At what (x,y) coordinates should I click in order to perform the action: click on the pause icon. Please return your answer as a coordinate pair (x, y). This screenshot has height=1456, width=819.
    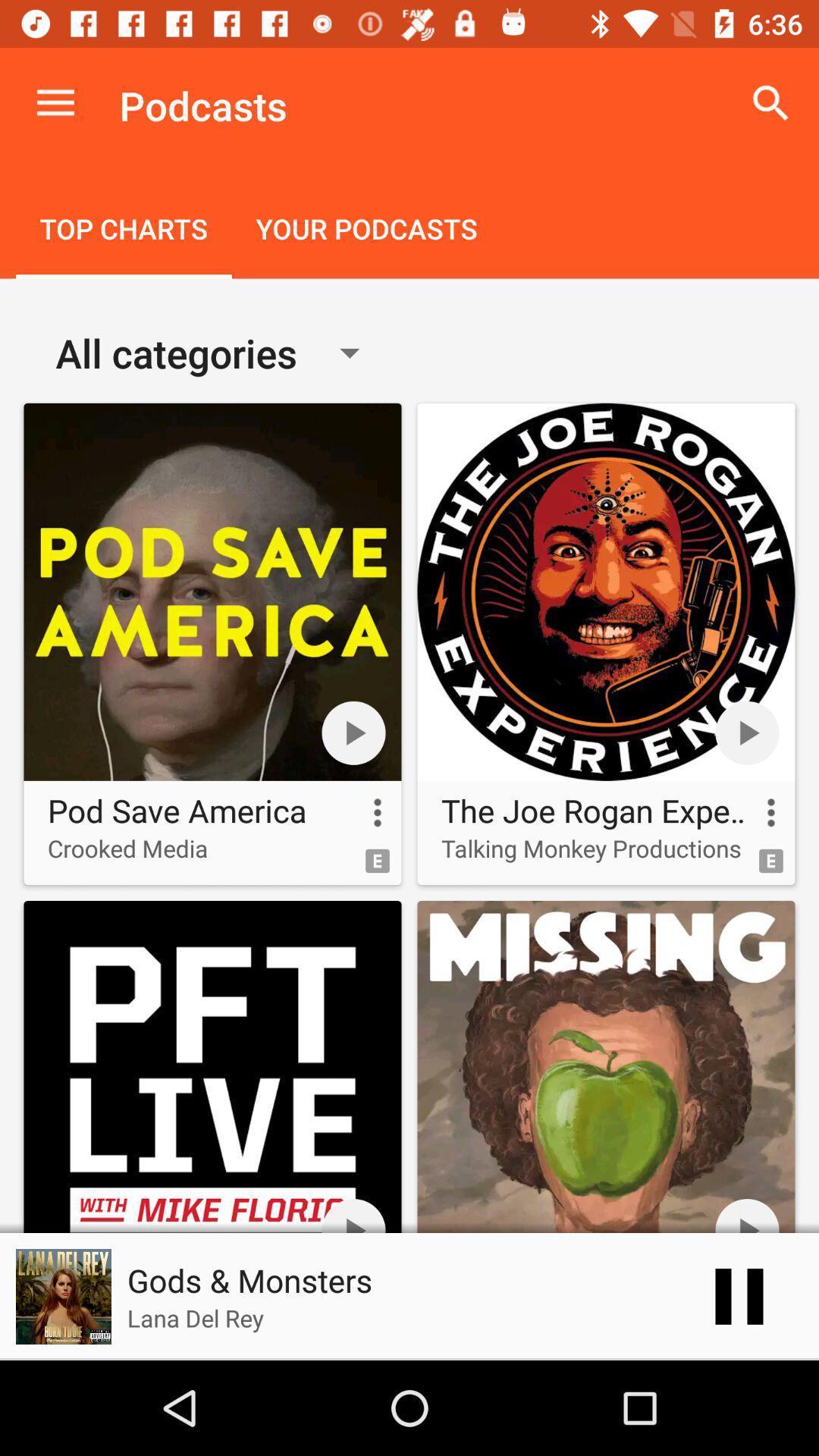
    Looking at the image, I should click on (739, 1295).